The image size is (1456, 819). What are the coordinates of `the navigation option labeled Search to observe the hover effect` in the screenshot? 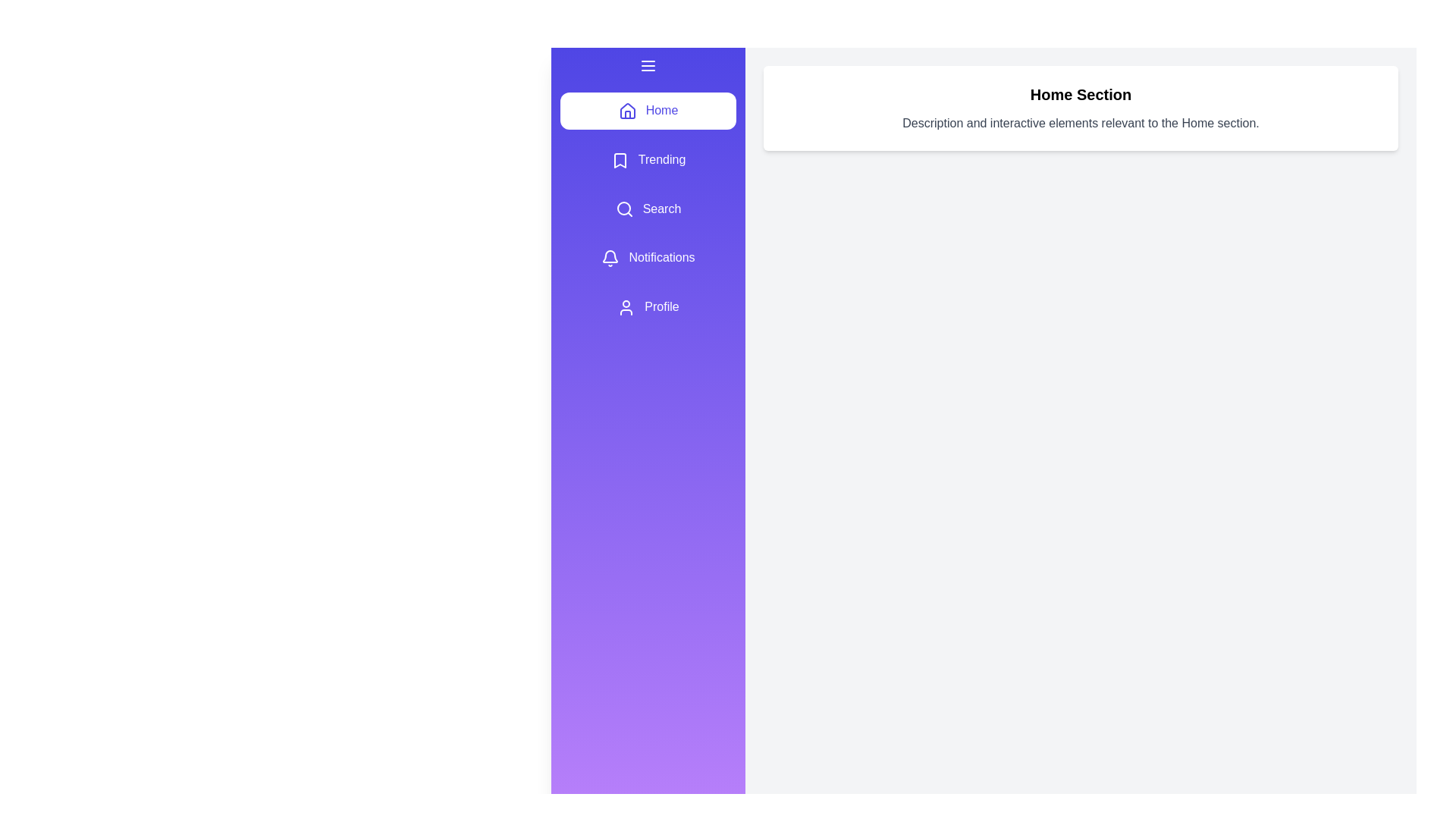 It's located at (648, 209).